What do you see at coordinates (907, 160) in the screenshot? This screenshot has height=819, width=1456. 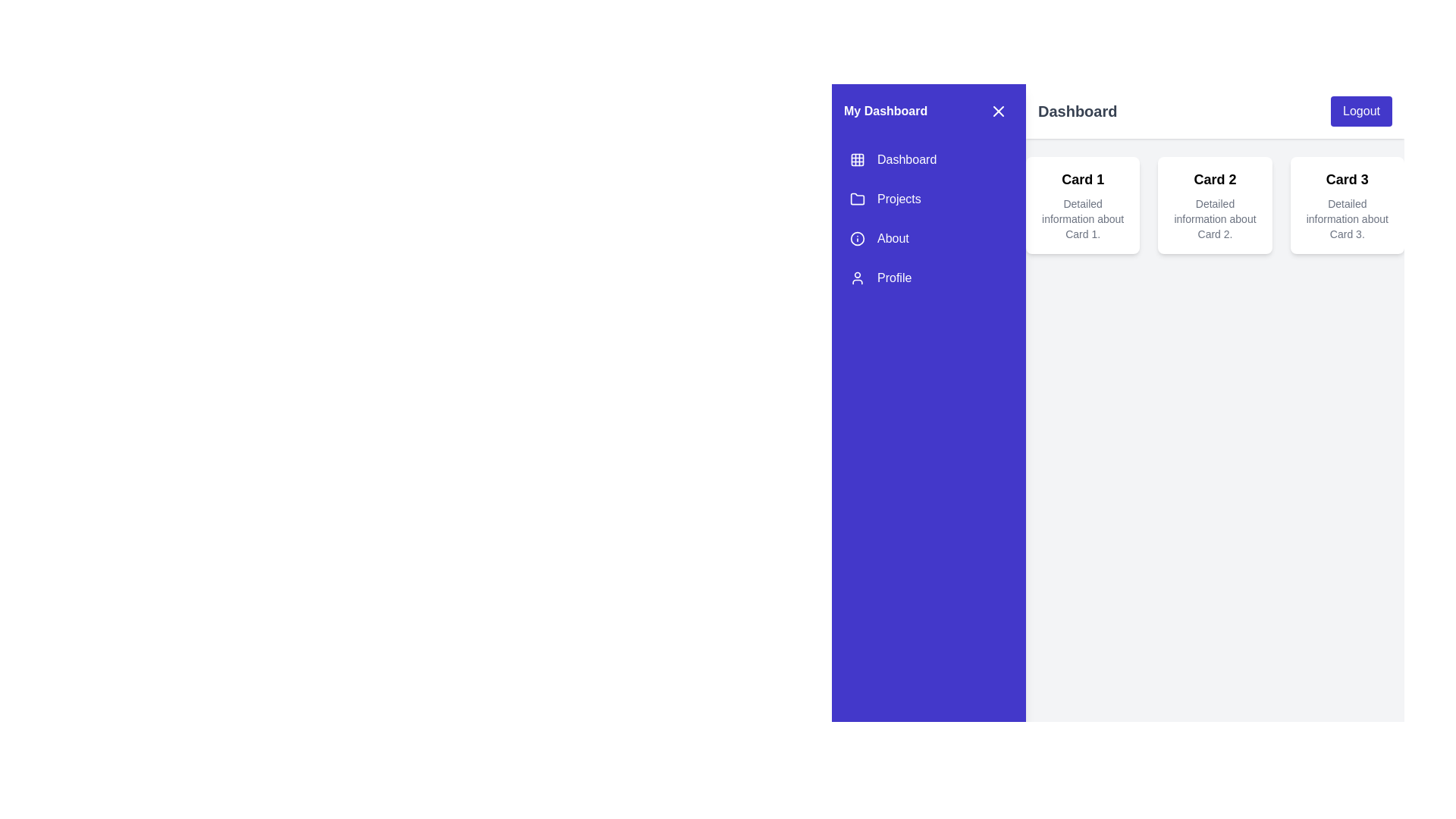 I see `text of the 'Dashboard' label, which is displayed in white on a purple background and is the first item in the vertical menu bar under 'My Dashboard'` at bounding box center [907, 160].